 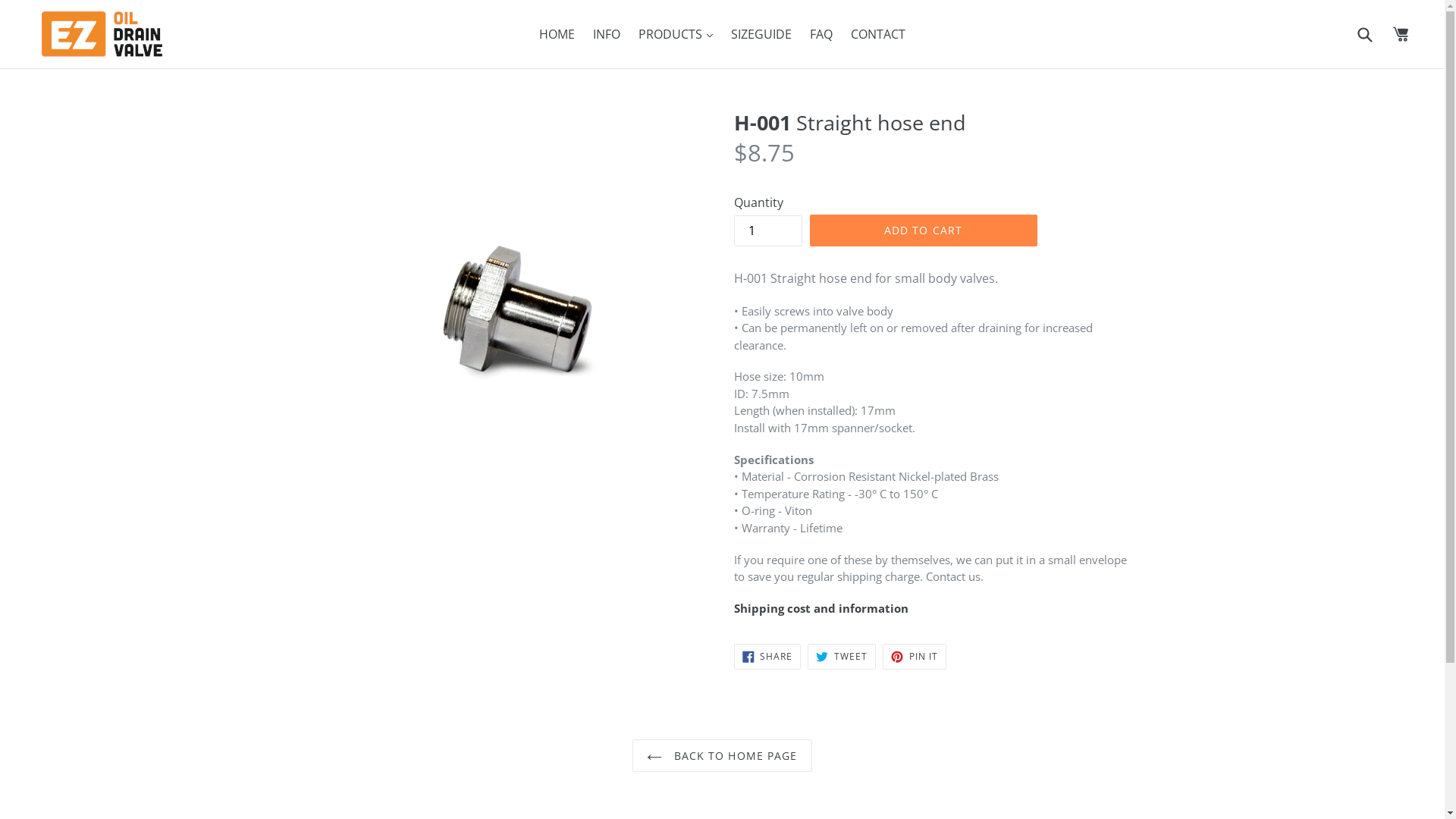 What do you see at coordinates (1401, 34) in the screenshot?
I see `'Cart` at bounding box center [1401, 34].